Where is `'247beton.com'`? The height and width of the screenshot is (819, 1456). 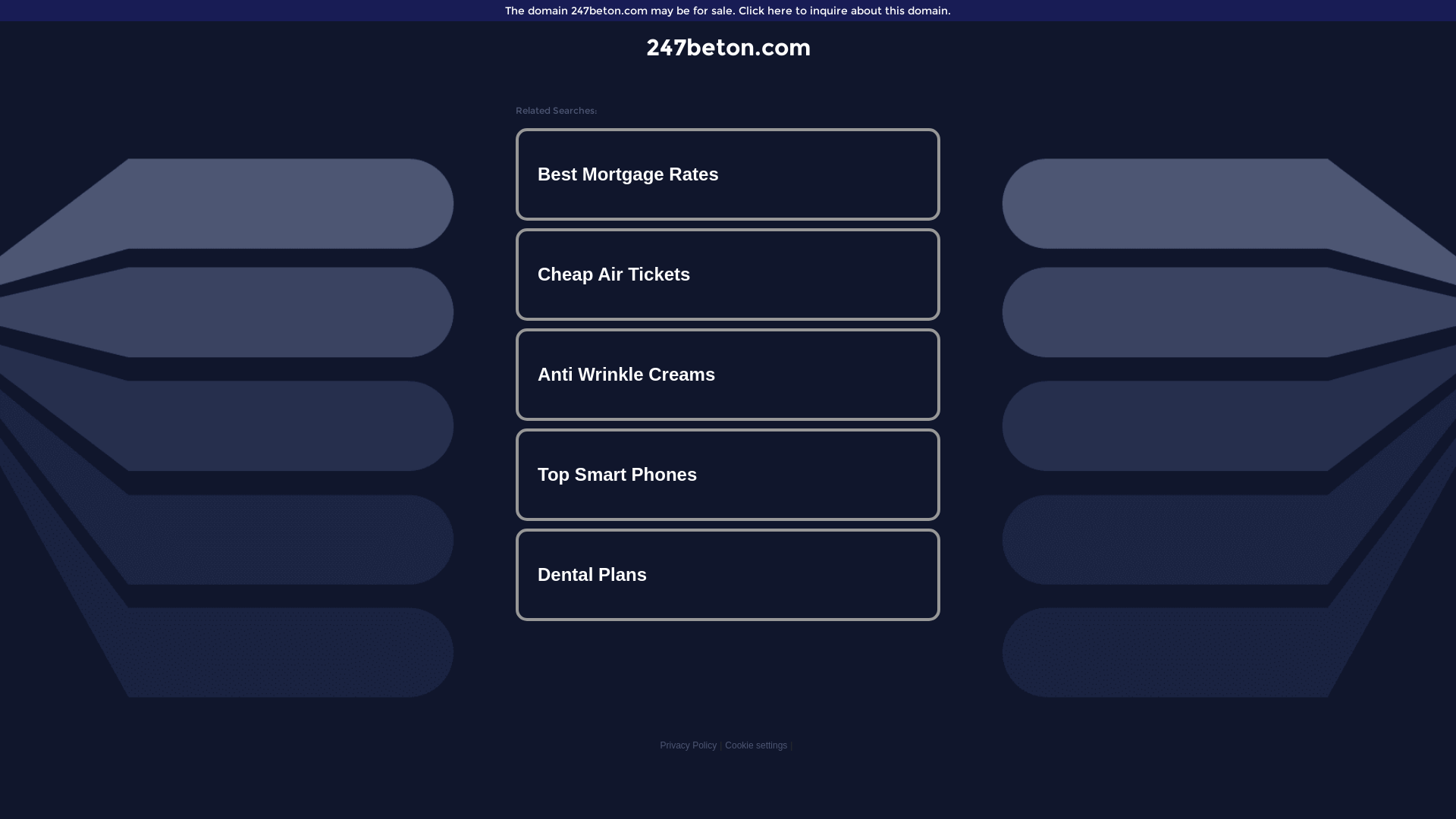 '247beton.com' is located at coordinates (728, 46).